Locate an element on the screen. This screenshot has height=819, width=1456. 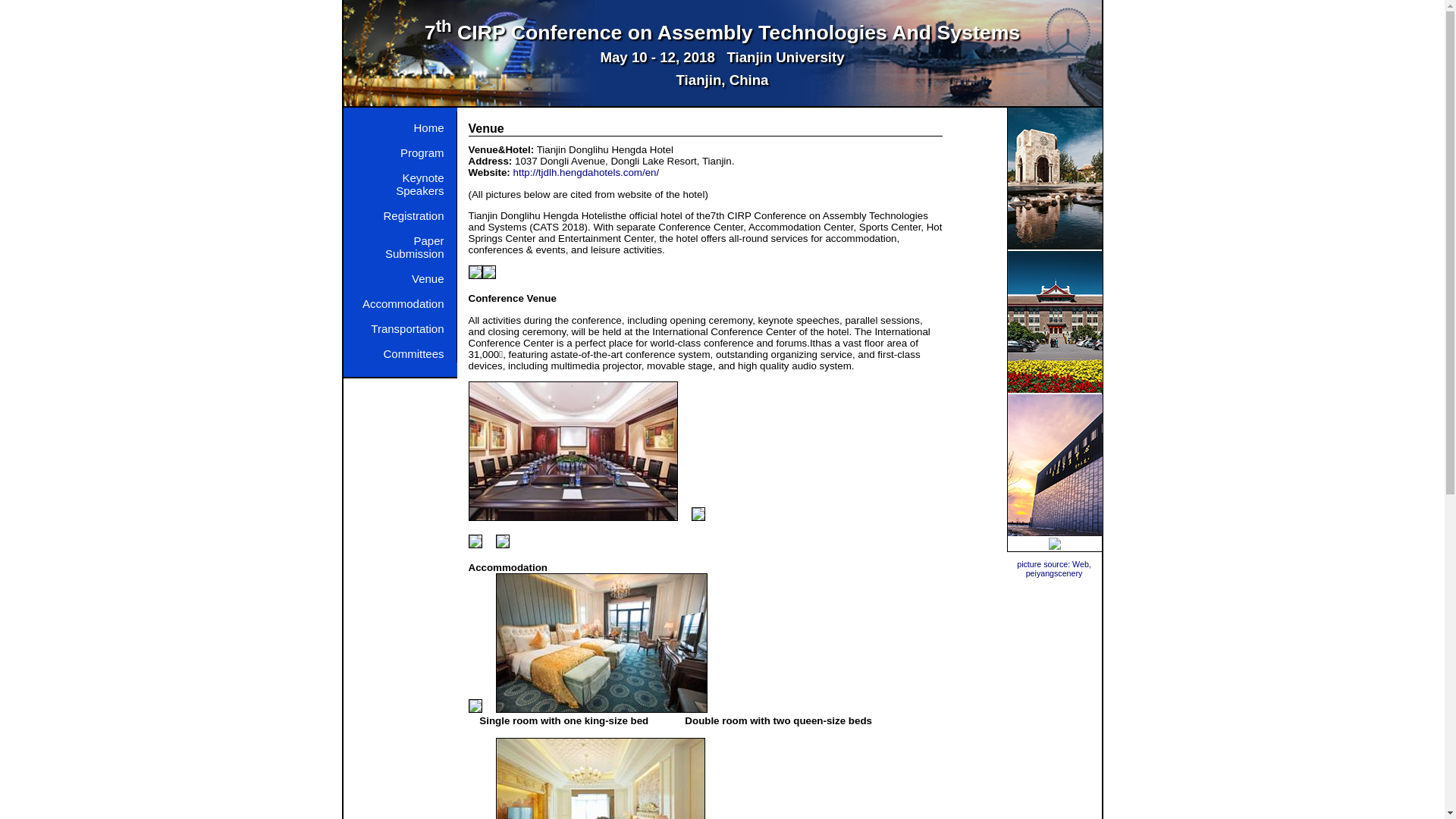
'Registration' is located at coordinates (353, 212).